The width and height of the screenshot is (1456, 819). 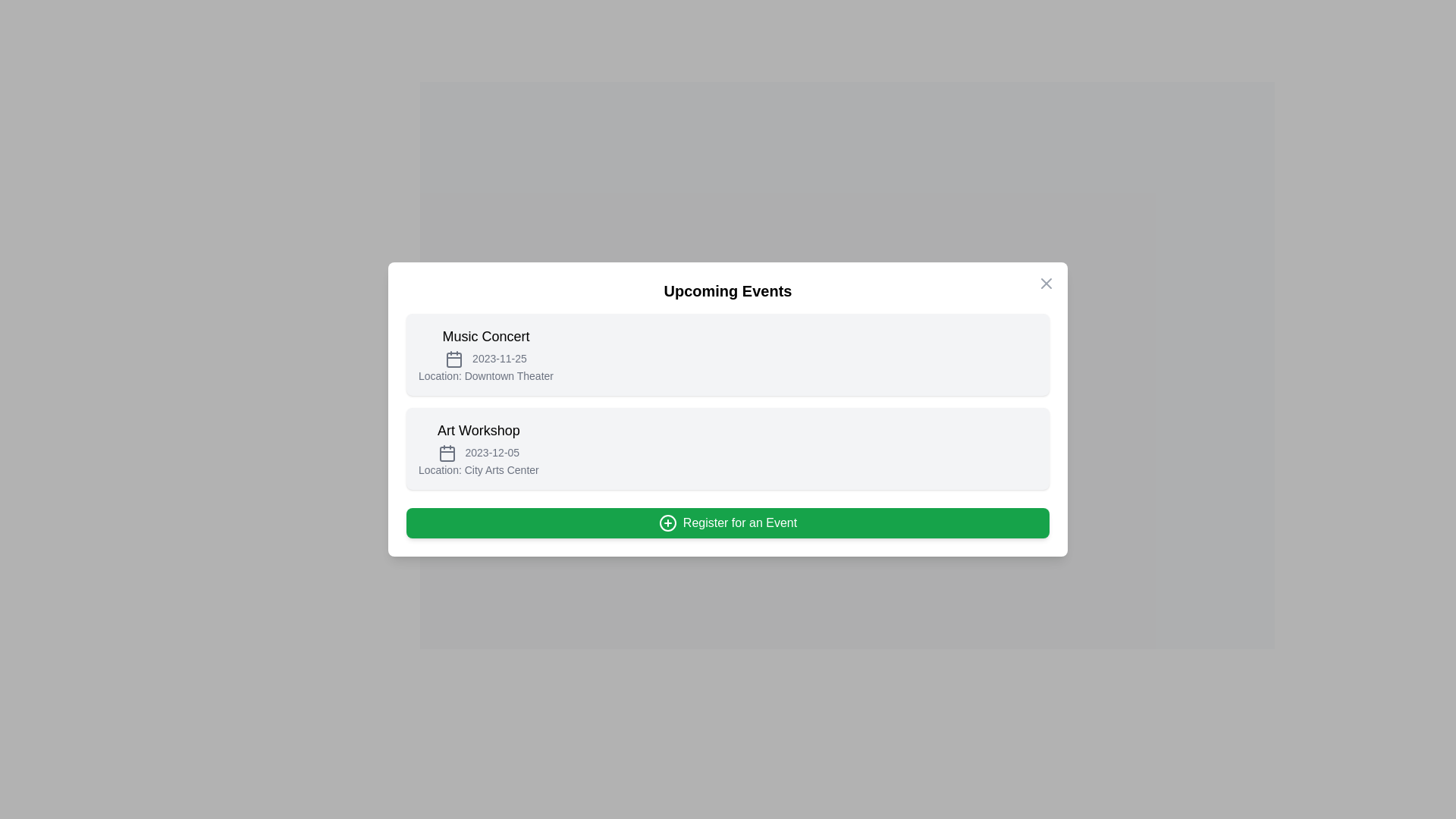 I want to click on the registration button located at the bottom of the 'Upcoming Events' section, underneath the events 'Music Concert' and 'Art Workshop', so click(x=728, y=522).